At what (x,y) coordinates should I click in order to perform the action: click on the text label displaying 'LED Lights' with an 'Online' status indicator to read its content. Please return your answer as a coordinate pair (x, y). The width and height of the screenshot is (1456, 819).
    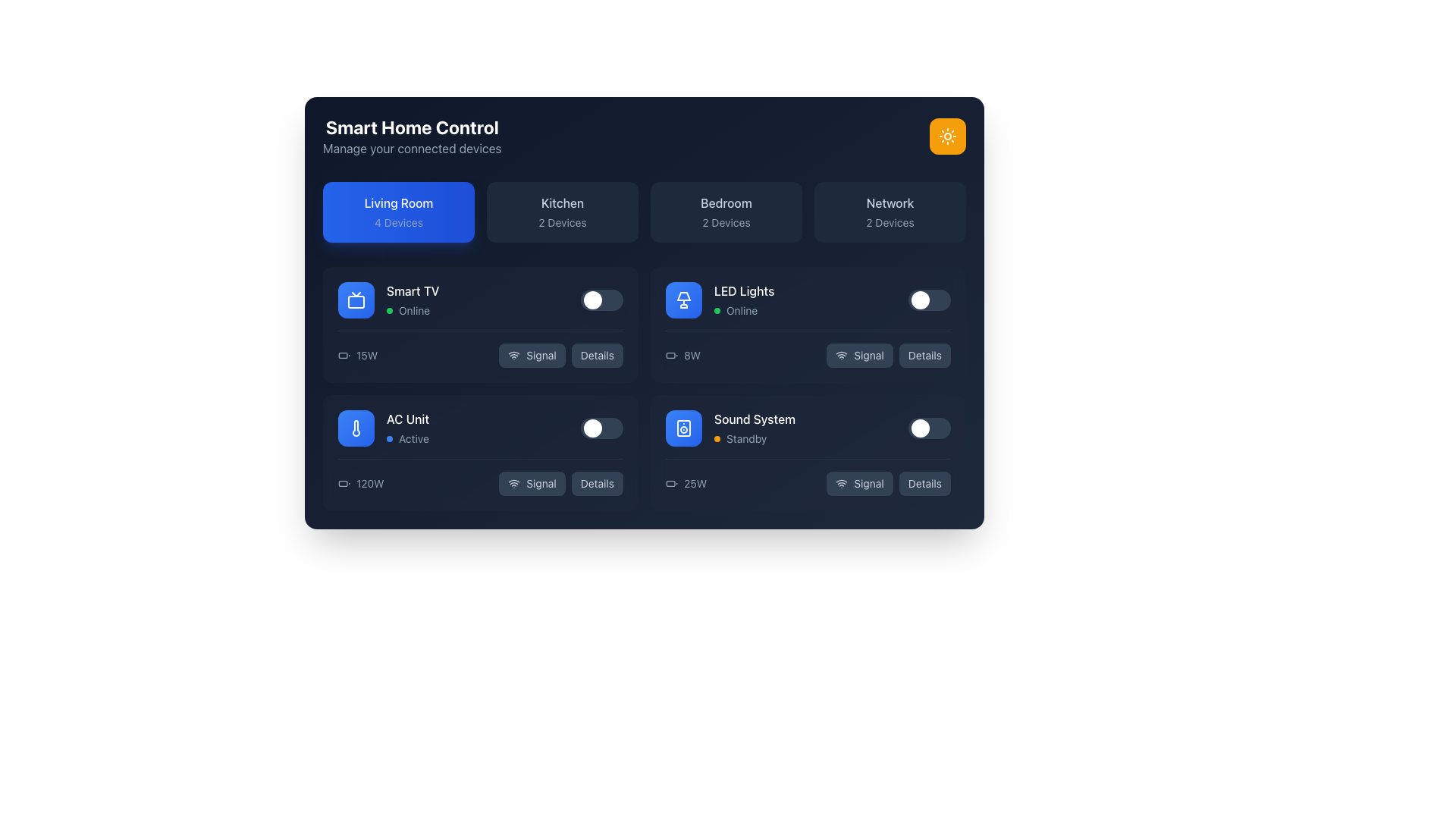
    Looking at the image, I should click on (744, 300).